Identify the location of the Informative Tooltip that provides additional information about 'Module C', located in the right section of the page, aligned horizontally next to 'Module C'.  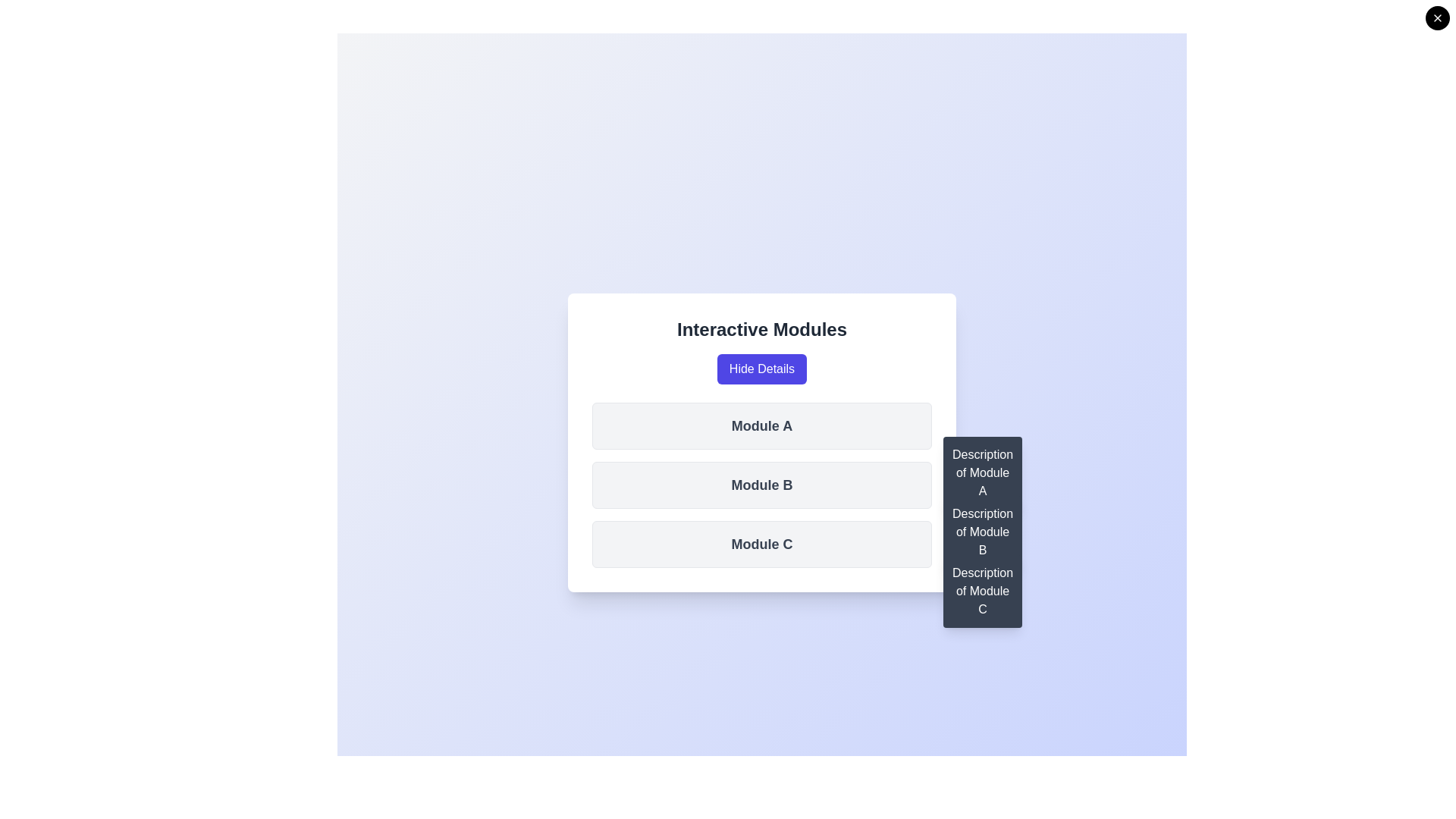
(983, 590).